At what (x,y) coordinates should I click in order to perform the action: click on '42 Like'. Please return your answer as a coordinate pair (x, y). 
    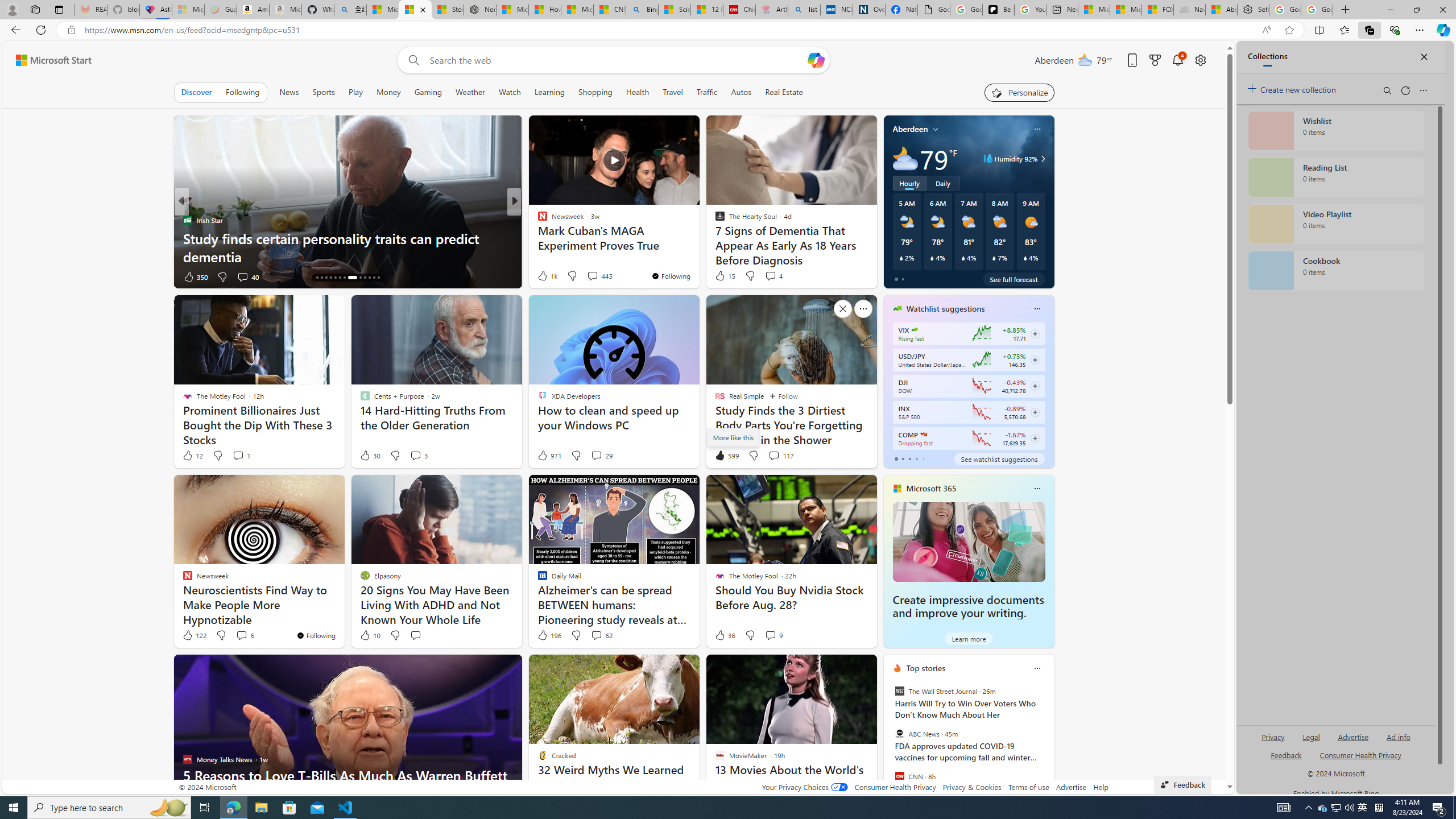
    Looking at the image, I should click on (543, 276).